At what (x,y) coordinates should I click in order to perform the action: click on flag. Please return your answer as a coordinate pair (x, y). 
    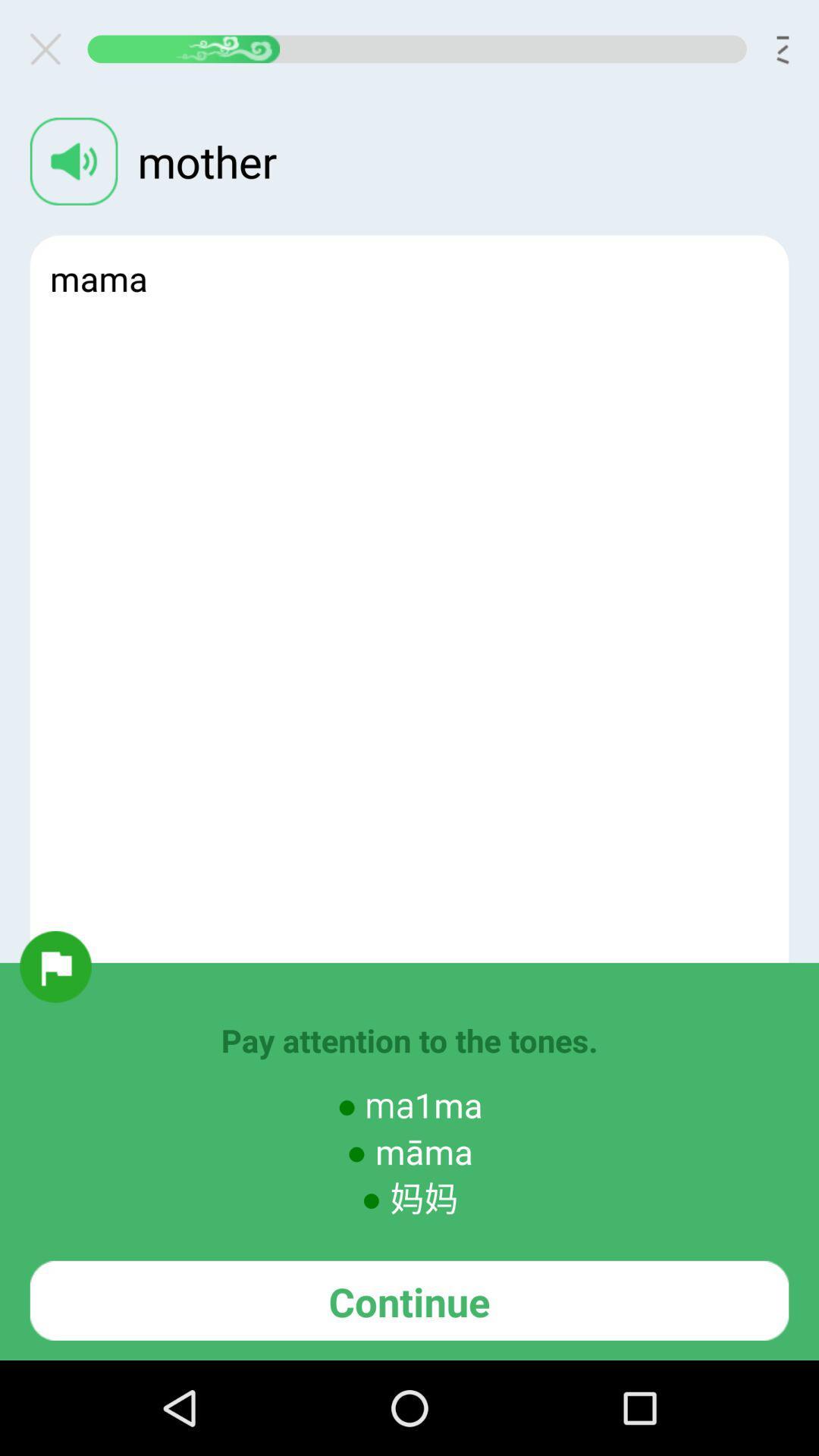
    Looking at the image, I should click on (55, 966).